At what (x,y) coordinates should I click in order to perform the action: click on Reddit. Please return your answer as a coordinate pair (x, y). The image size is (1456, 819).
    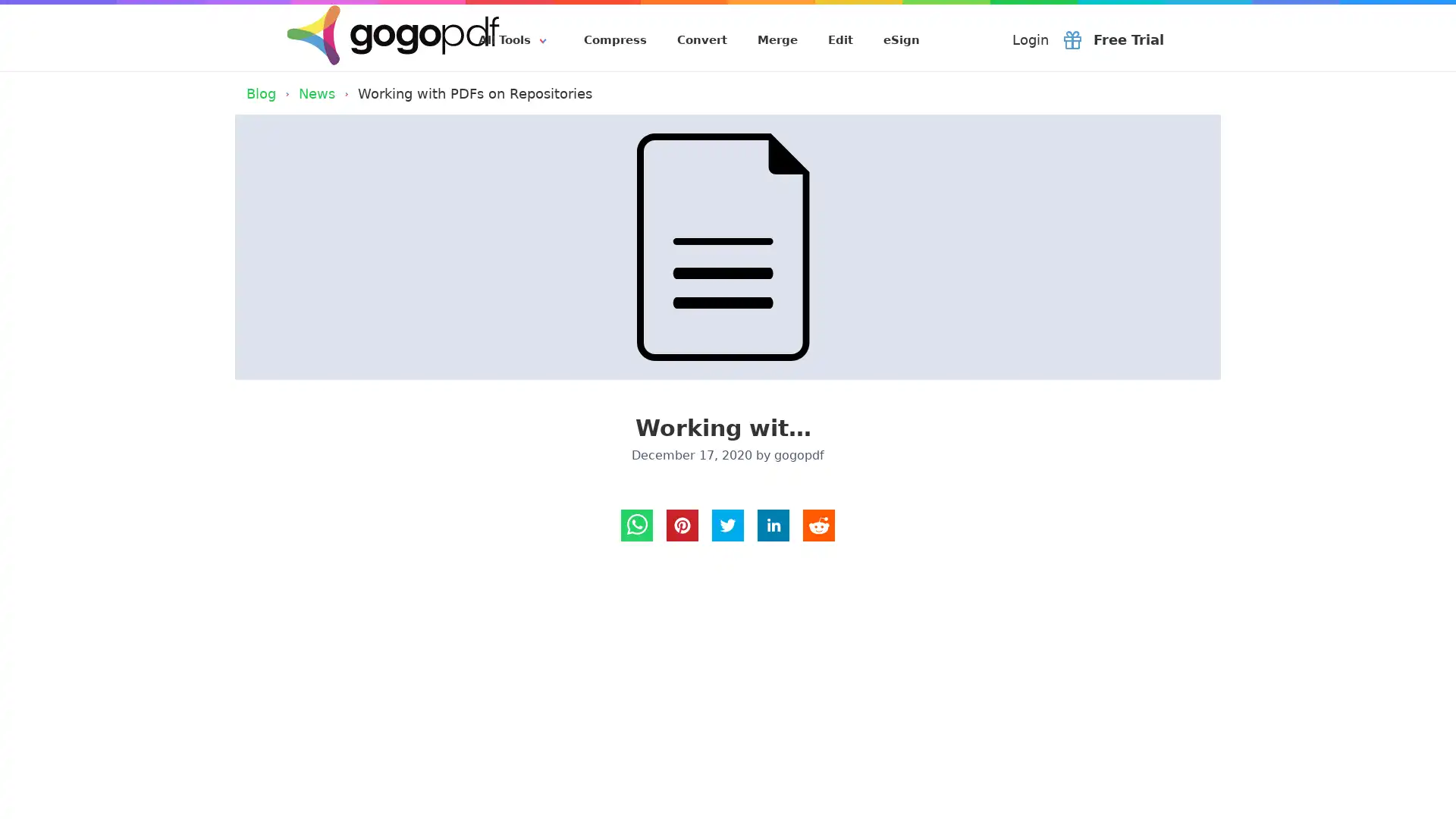
    Looking at the image, I should click on (818, 525).